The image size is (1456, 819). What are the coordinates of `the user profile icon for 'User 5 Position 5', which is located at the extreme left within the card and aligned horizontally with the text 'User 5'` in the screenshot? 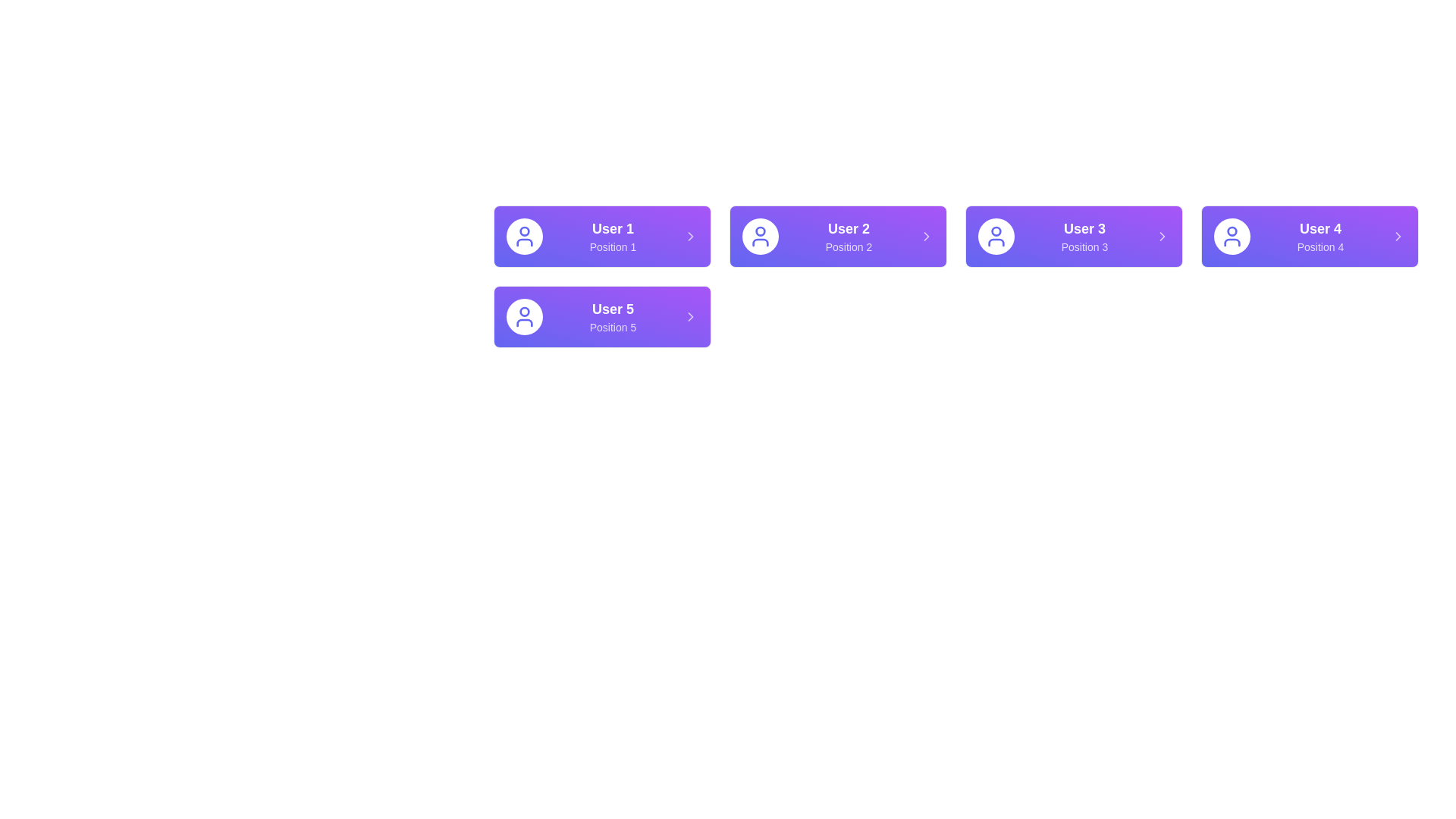 It's located at (524, 315).